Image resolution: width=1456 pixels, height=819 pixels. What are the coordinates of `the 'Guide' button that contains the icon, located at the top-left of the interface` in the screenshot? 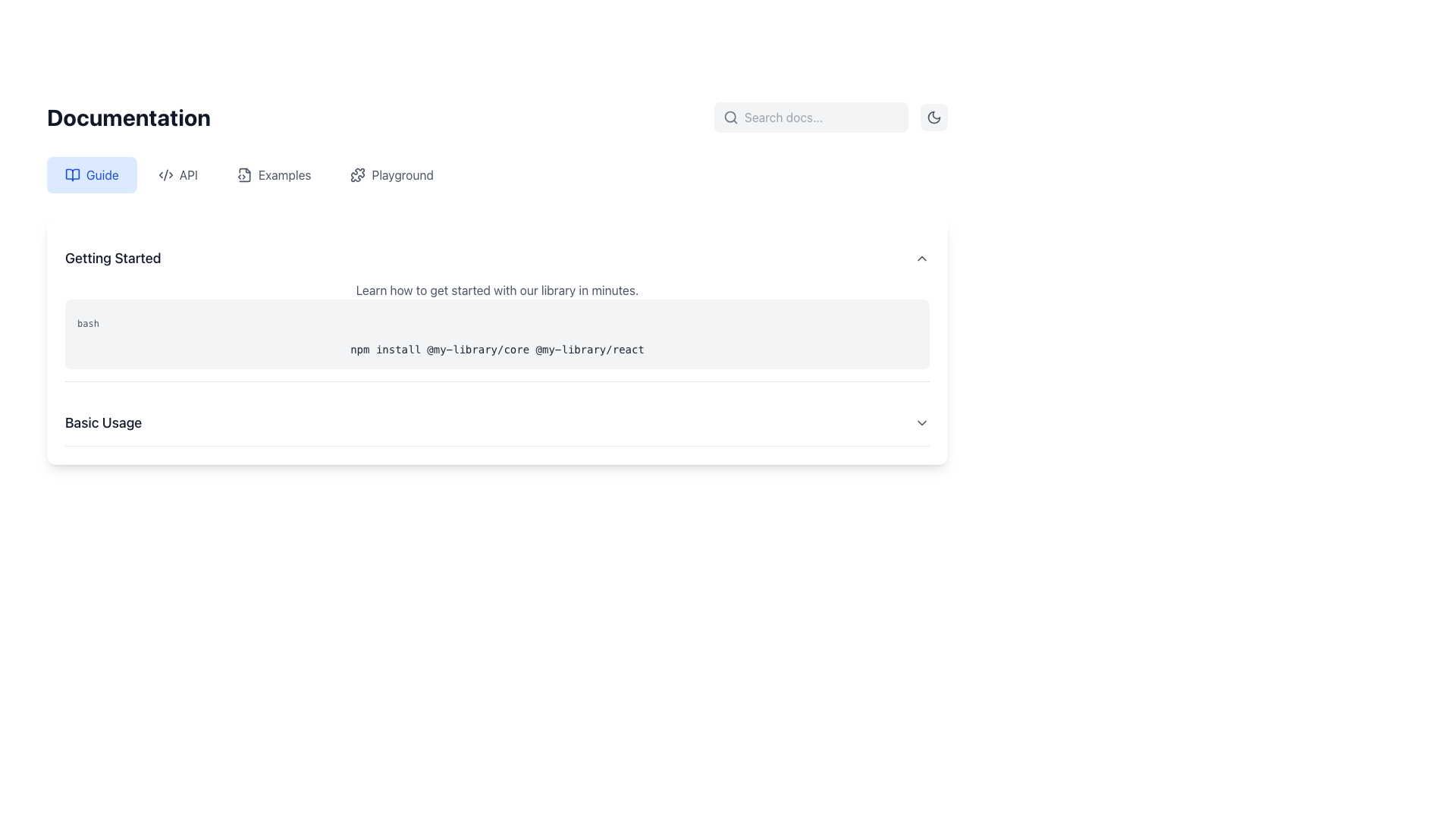 It's located at (72, 174).